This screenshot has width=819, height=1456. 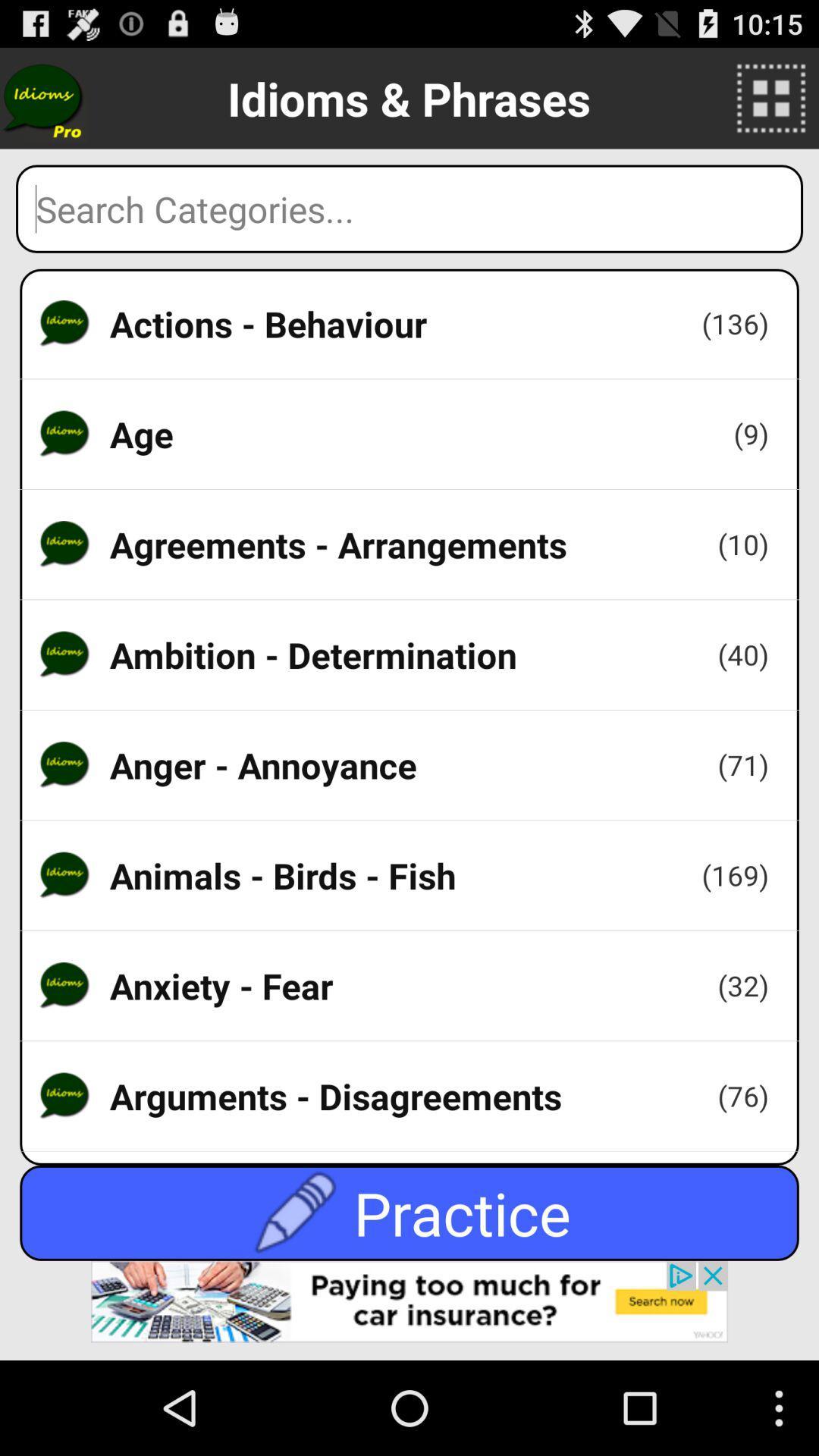 I want to click on the dashboard icon, so click(x=771, y=104).